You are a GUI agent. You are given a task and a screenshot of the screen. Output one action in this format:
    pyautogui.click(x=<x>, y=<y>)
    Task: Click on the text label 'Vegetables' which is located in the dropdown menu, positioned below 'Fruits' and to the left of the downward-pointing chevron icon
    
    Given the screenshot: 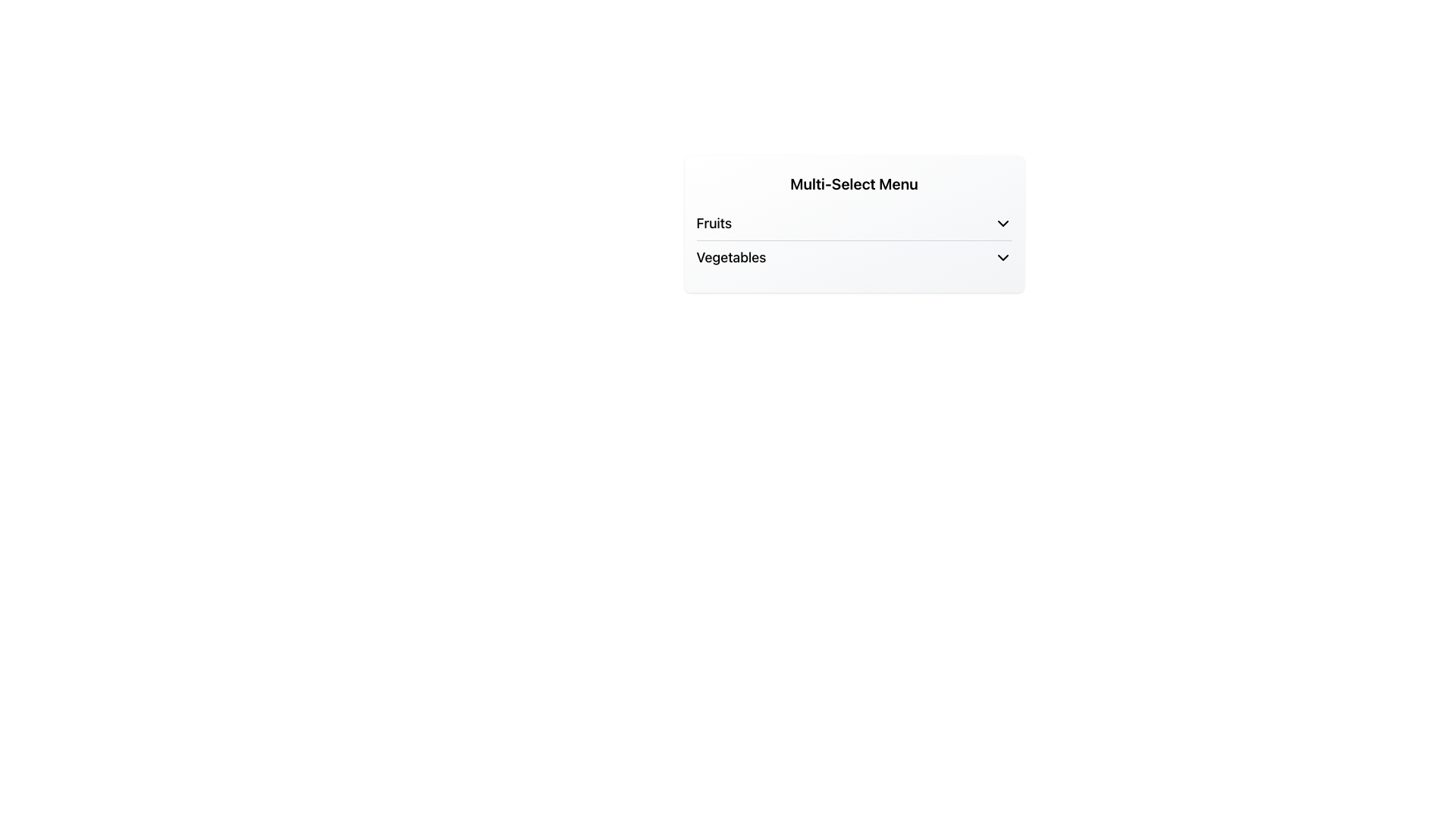 What is the action you would take?
    pyautogui.click(x=731, y=256)
    